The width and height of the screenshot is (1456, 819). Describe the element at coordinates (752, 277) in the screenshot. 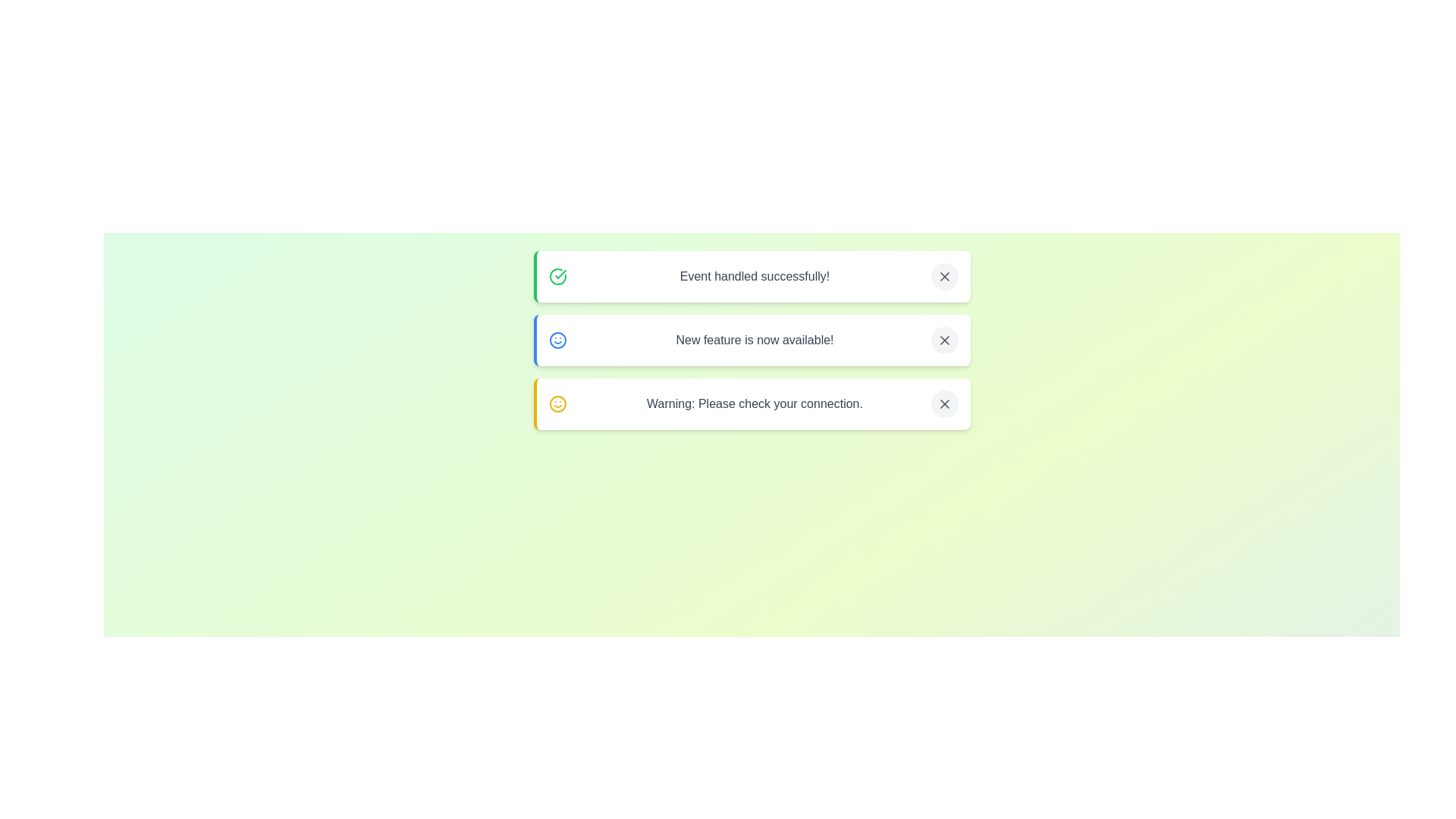

I see `the first notification card in the vertical list that indicates an event has been successfully handled` at that location.